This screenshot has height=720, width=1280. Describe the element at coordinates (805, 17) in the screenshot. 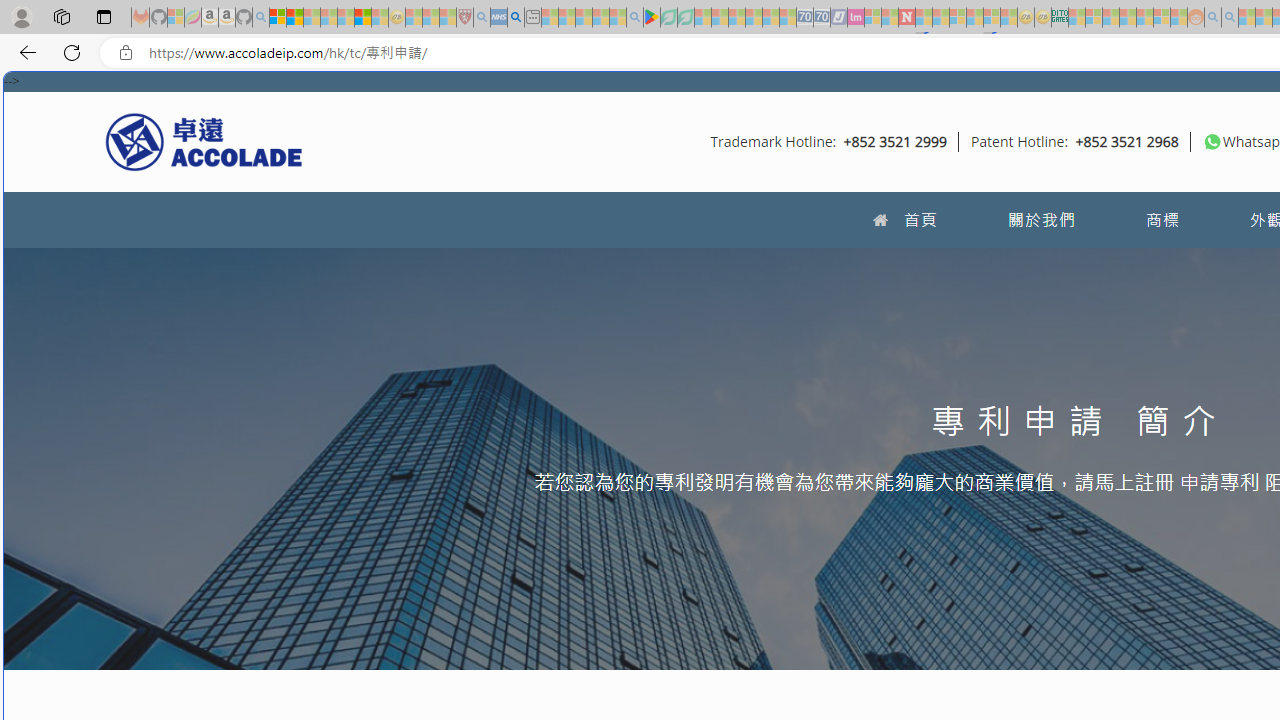

I see `'Cheap Car Rentals - Save70.com - Sleeping'` at that location.